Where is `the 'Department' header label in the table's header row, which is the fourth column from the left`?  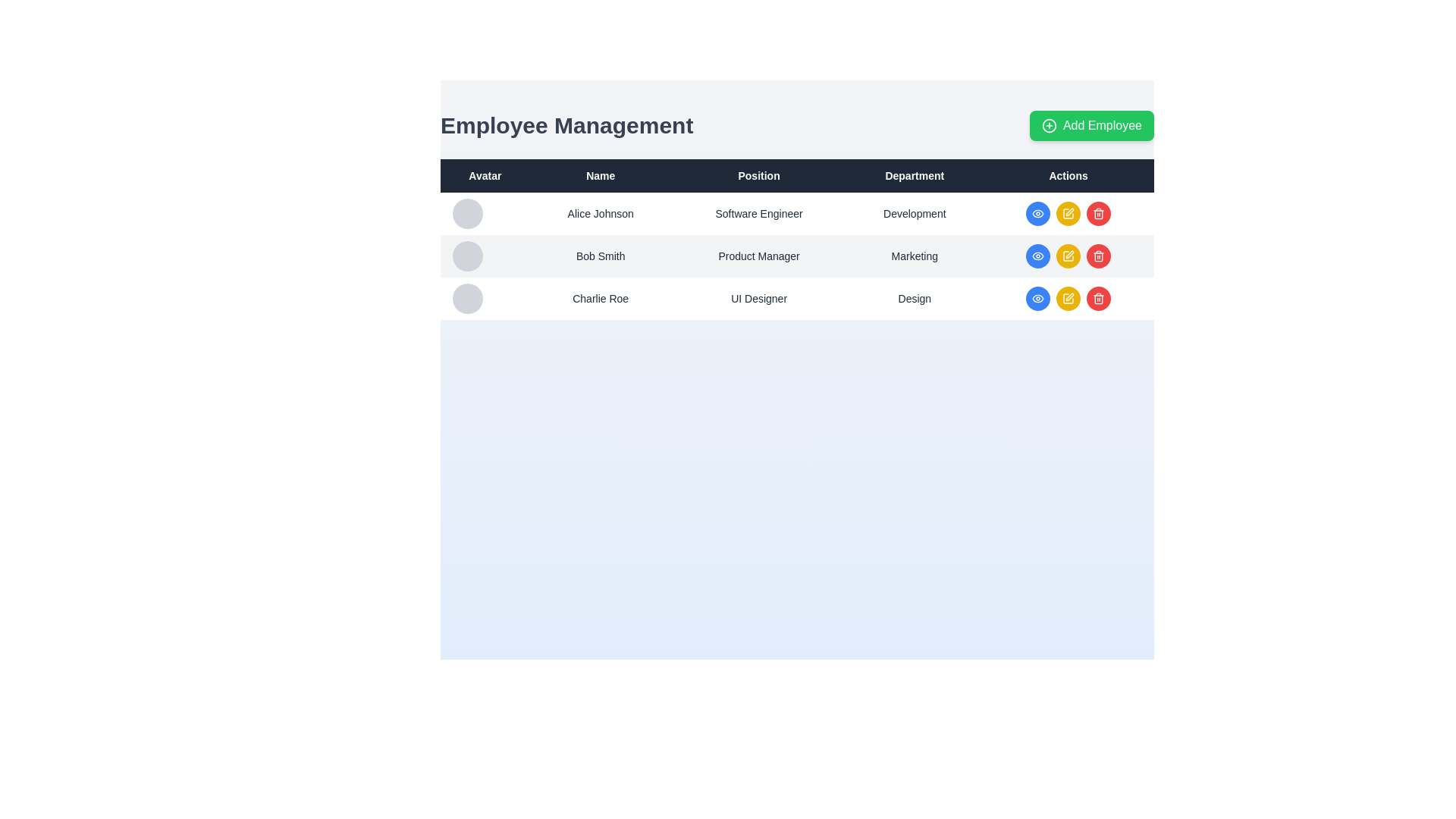 the 'Department' header label in the table's header row, which is the fourth column from the left is located at coordinates (914, 174).